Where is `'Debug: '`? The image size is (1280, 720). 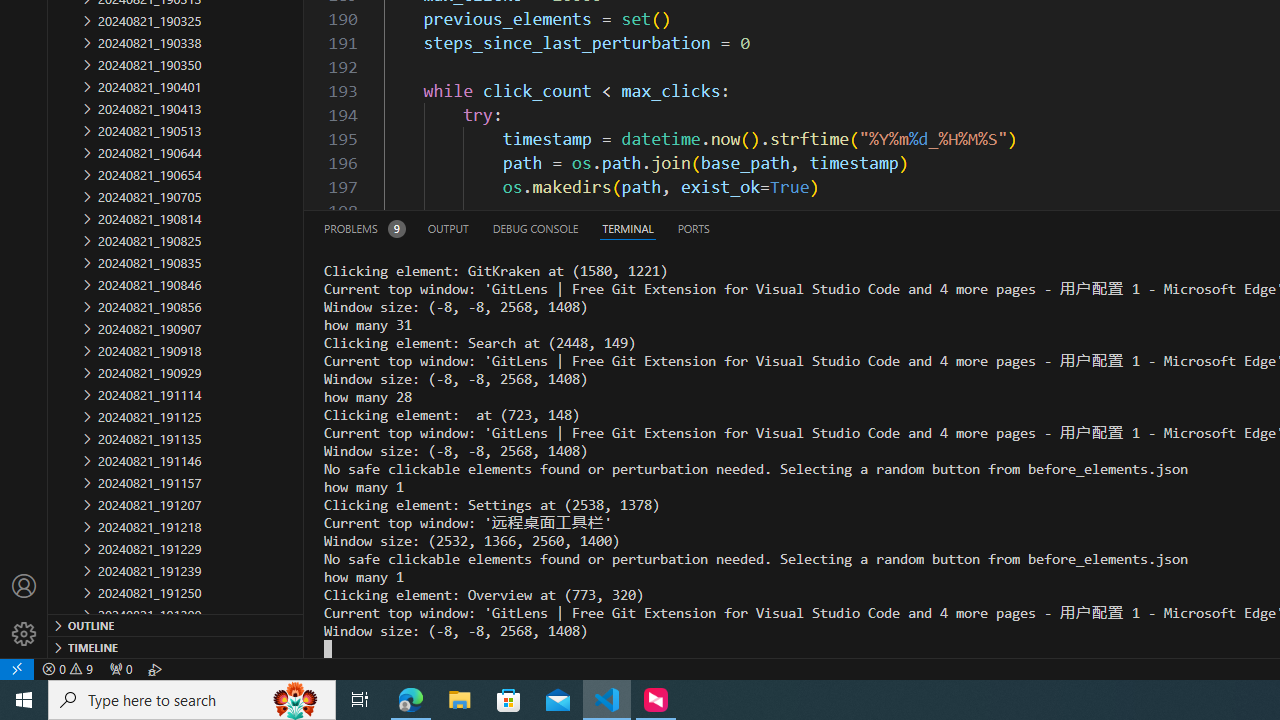
'Debug: ' is located at coordinates (154, 668).